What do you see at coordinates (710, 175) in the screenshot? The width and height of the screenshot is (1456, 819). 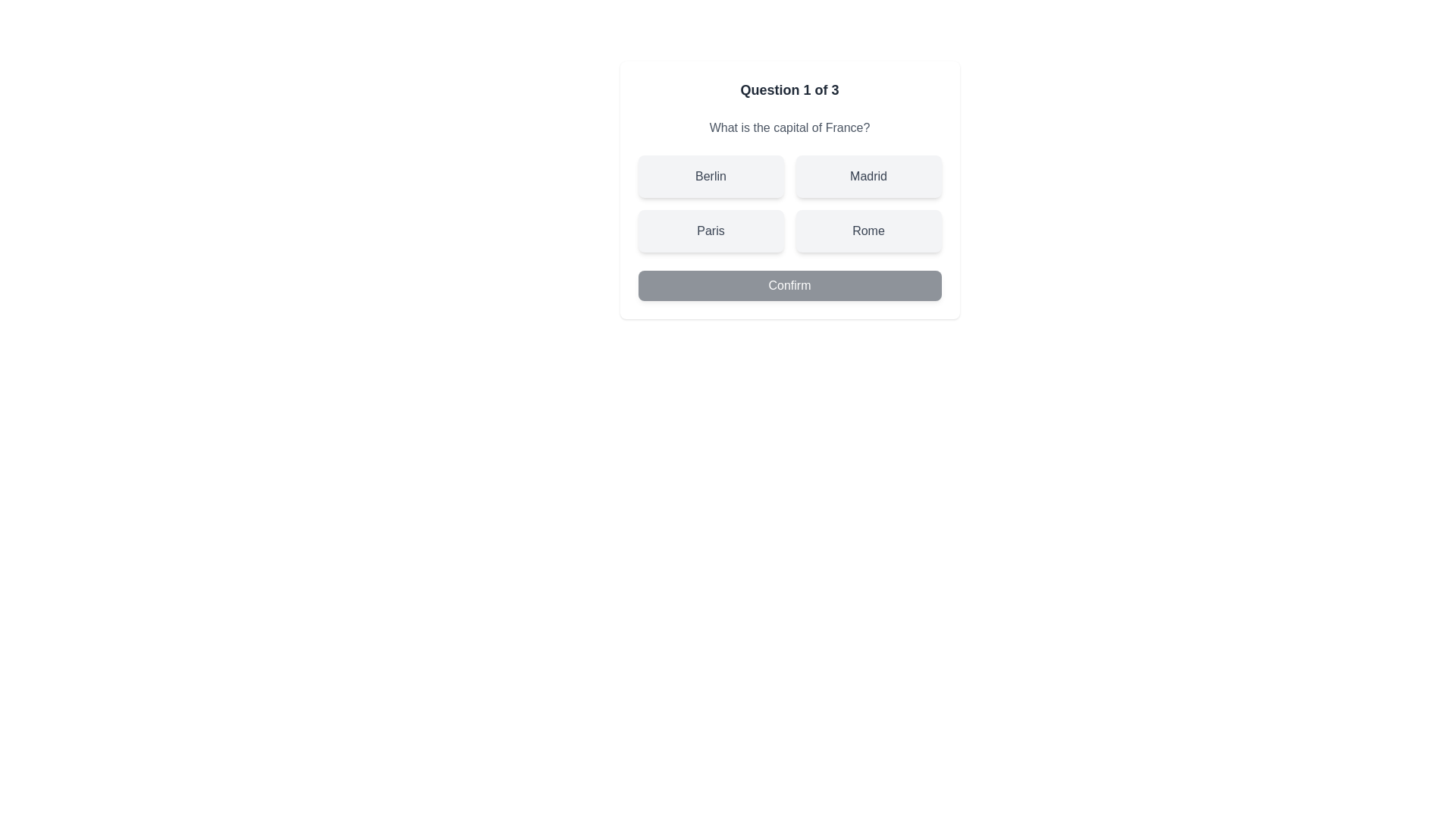 I see `the quiz option Berlin by clicking on it` at bounding box center [710, 175].